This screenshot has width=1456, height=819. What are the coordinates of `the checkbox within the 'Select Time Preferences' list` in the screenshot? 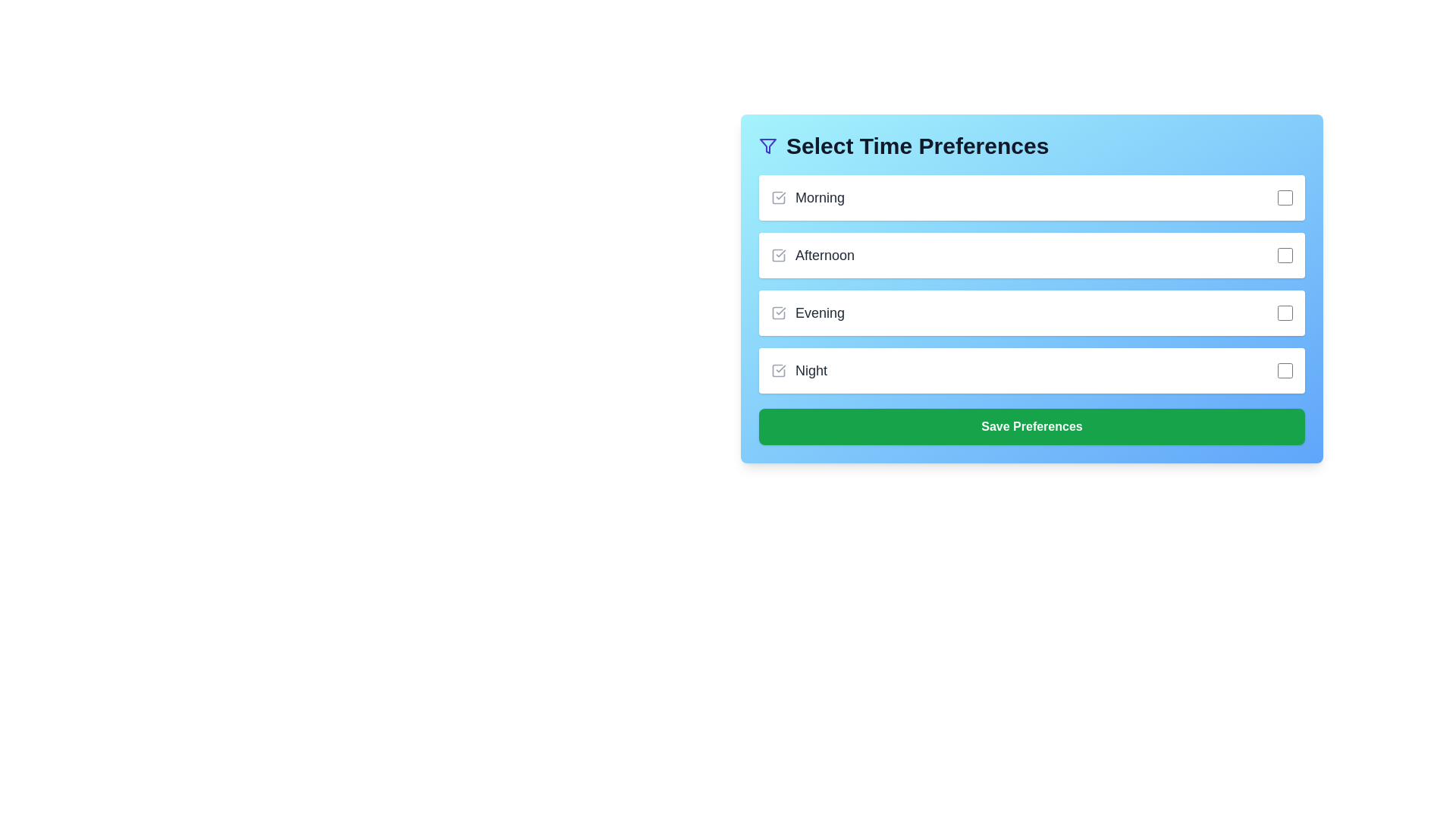 It's located at (1031, 284).